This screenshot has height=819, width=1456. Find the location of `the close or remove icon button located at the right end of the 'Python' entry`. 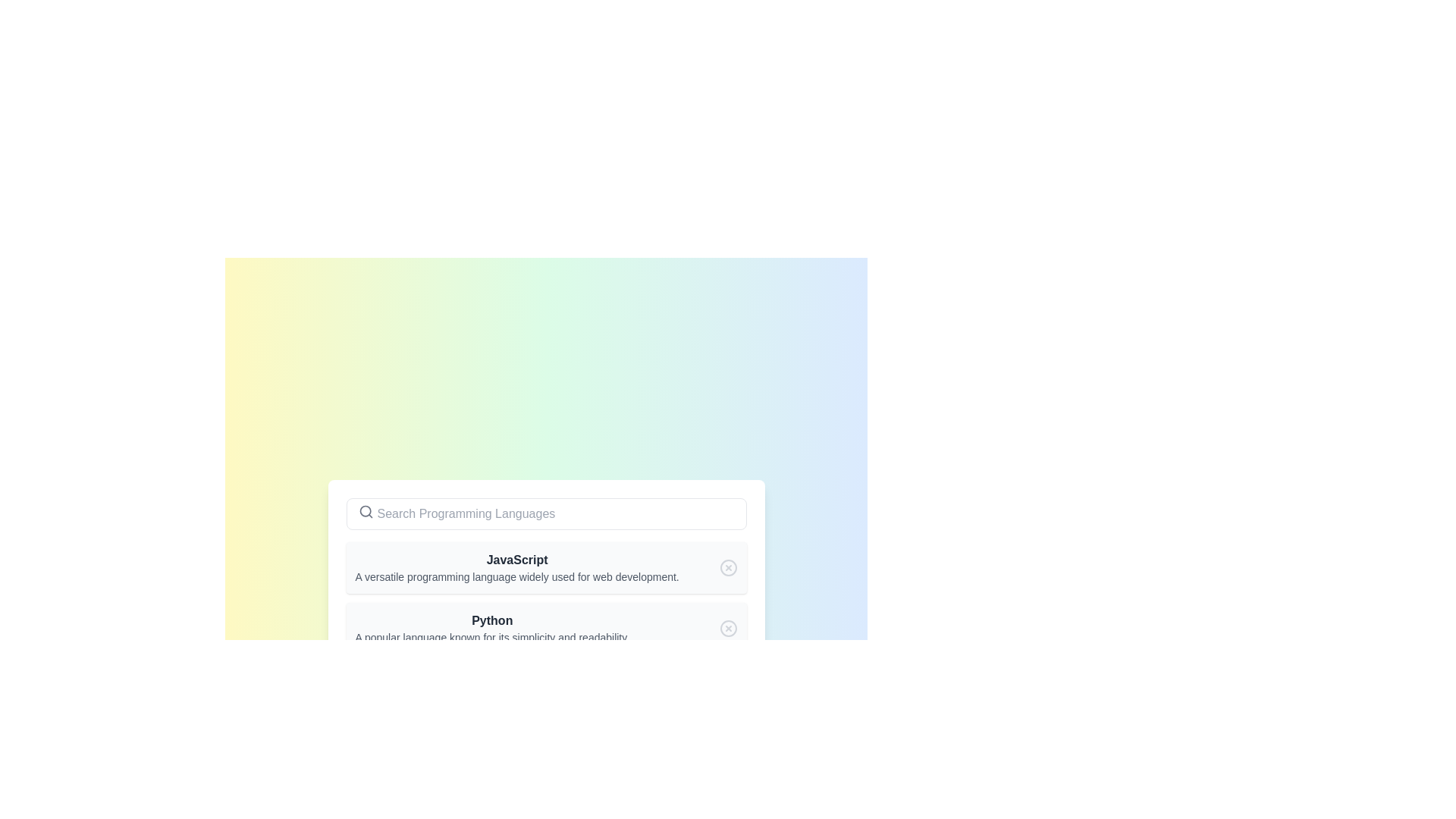

the close or remove icon button located at the right end of the 'Python' entry is located at coordinates (728, 629).